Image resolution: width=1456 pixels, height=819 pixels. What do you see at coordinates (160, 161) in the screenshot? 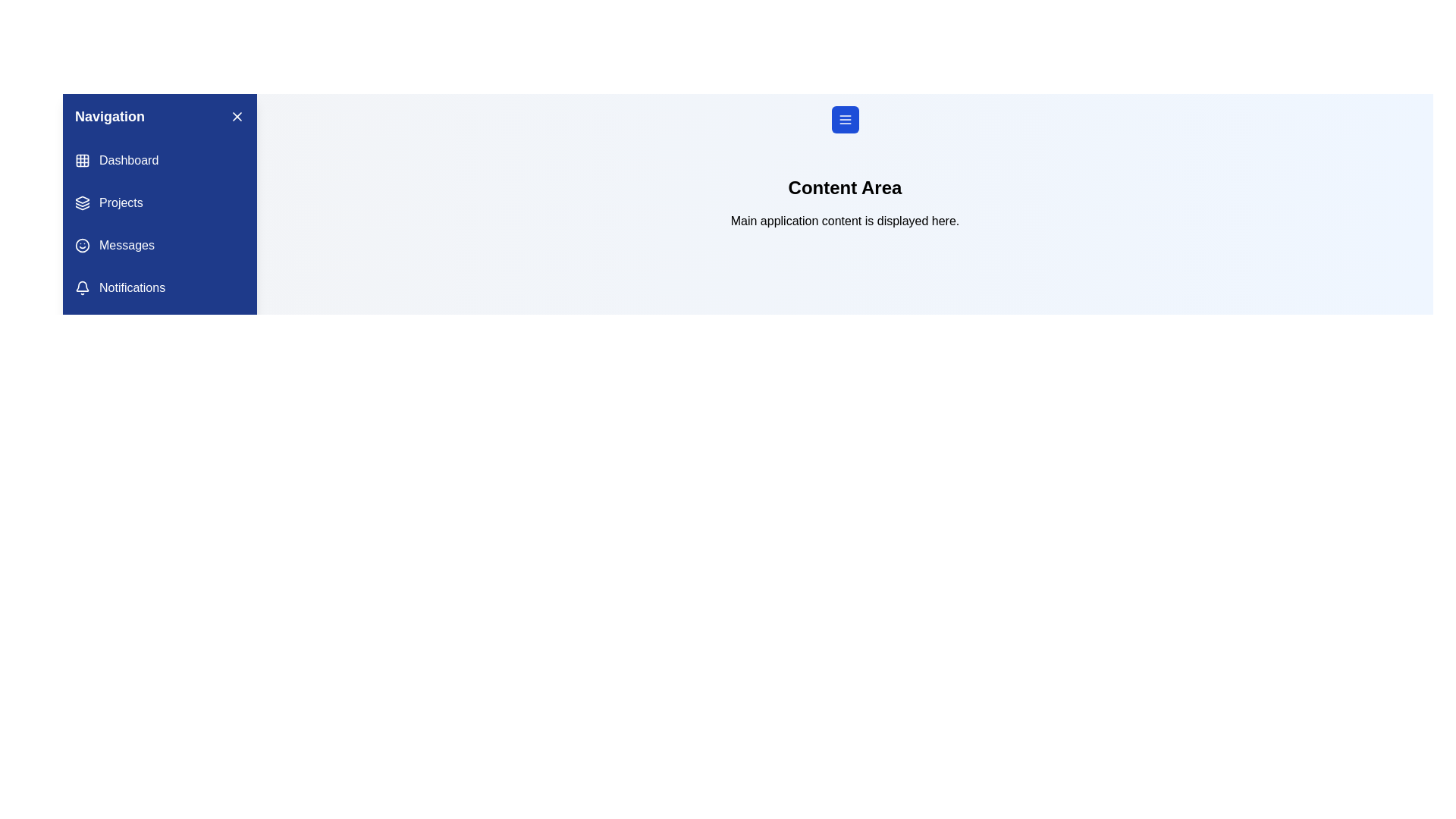
I see `the navigation menu item labeled Dashboard` at bounding box center [160, 161].